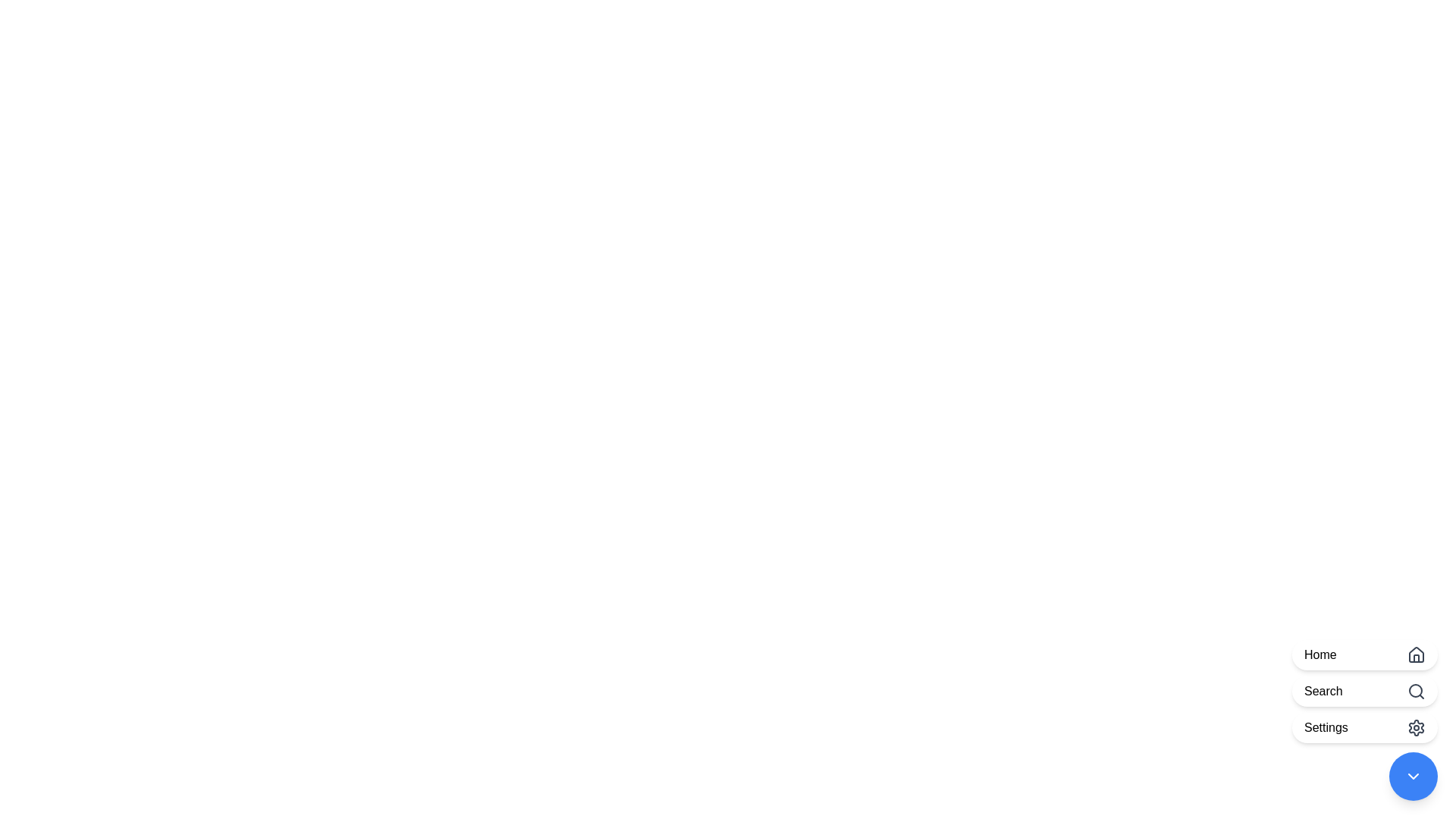  What do you see at coordinates (1412, 776) in the screenshot?
I see `the downward-pointing chevron icon, which is` at bounding box center [1412, 776].